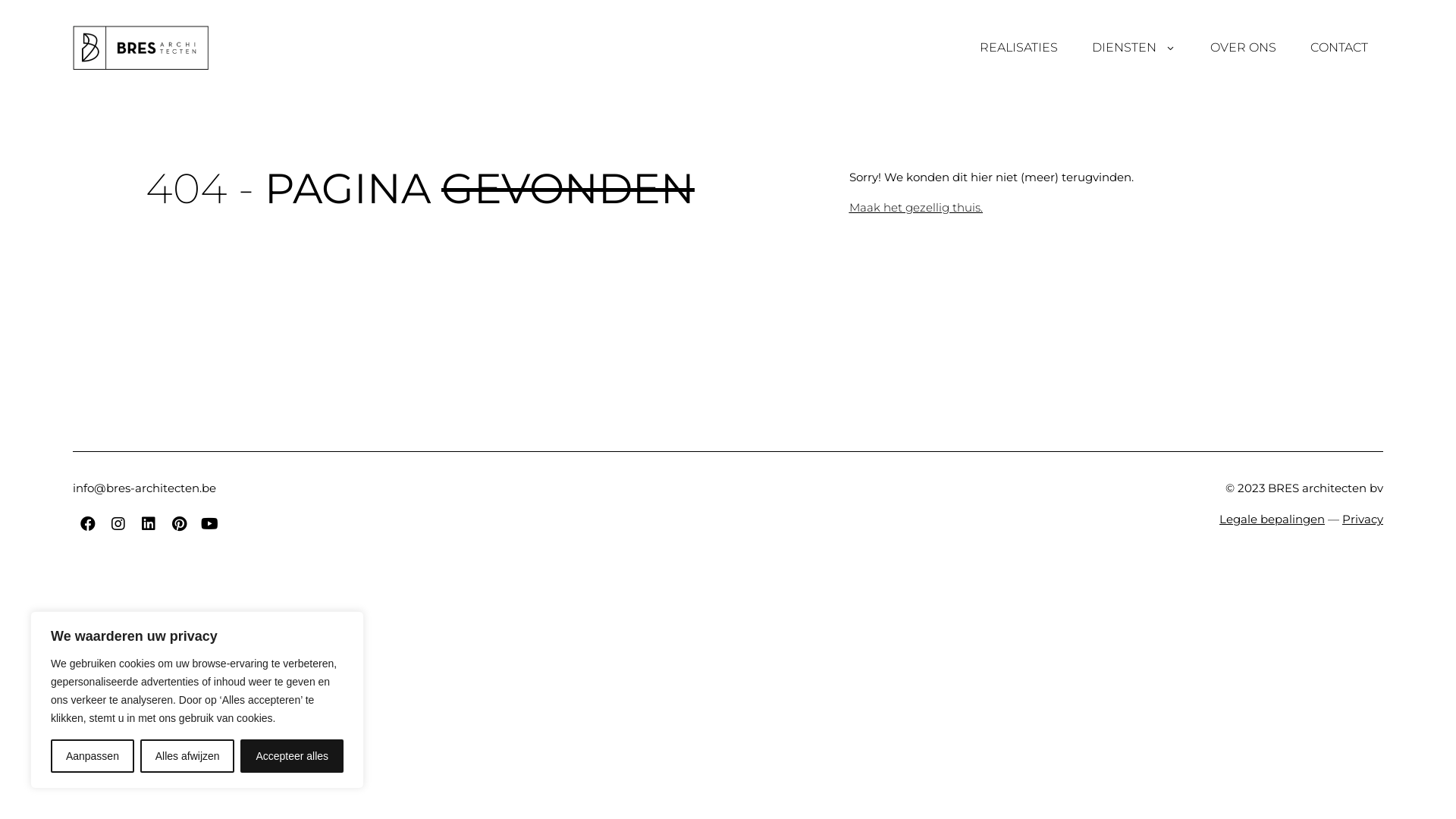 This screenshot has width=1456, height=819. What do you see at coordinates (1339, 46) in the screenshot?
I see `'CONTACT'` at bounding box center [1339, 46].